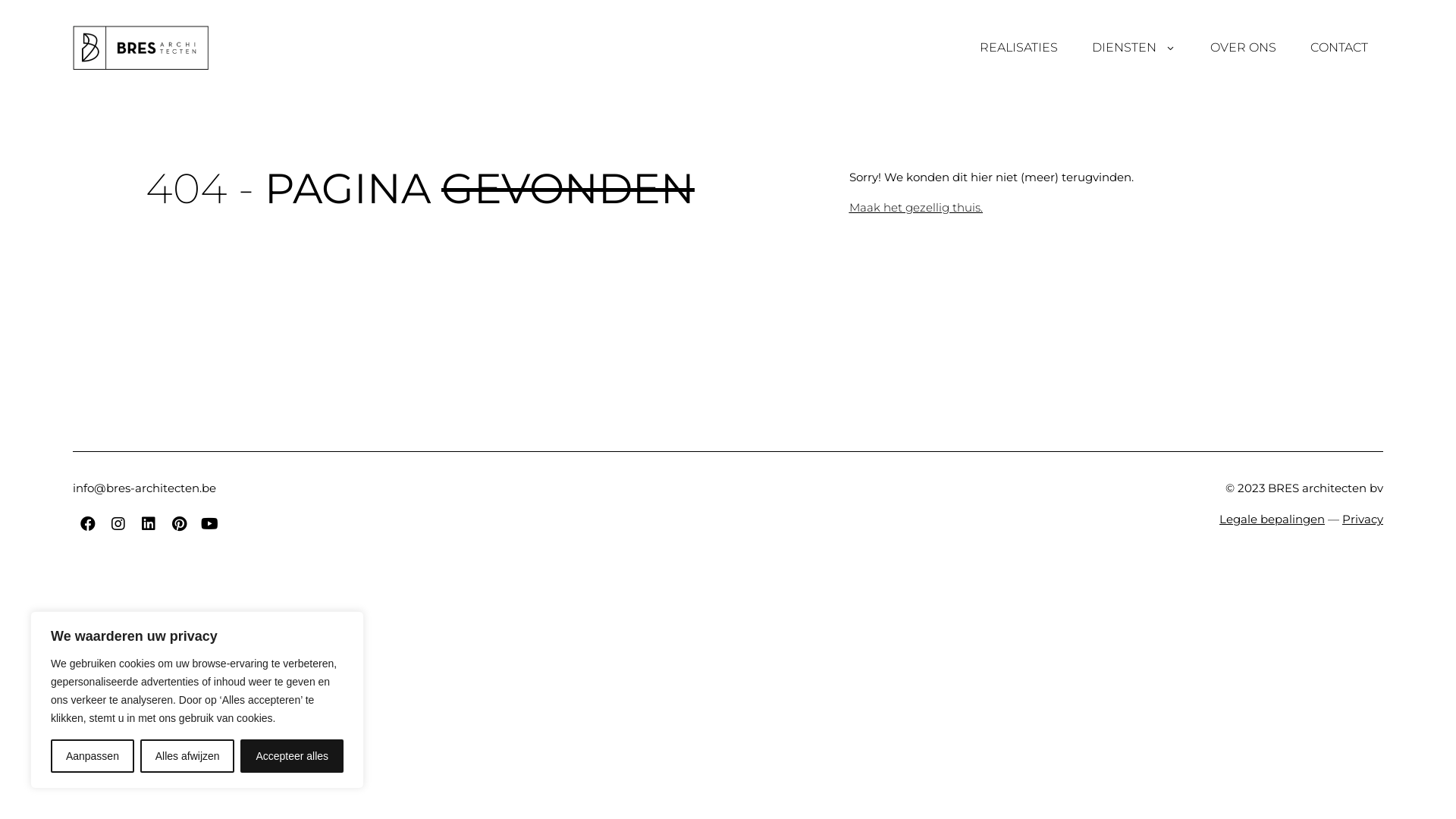 This screenshot has width=1456, height=819. What do you see at coordinates (1339, 46) in the screenshot?
I see `'CONTACT'` at bounding box center [1339, 46].